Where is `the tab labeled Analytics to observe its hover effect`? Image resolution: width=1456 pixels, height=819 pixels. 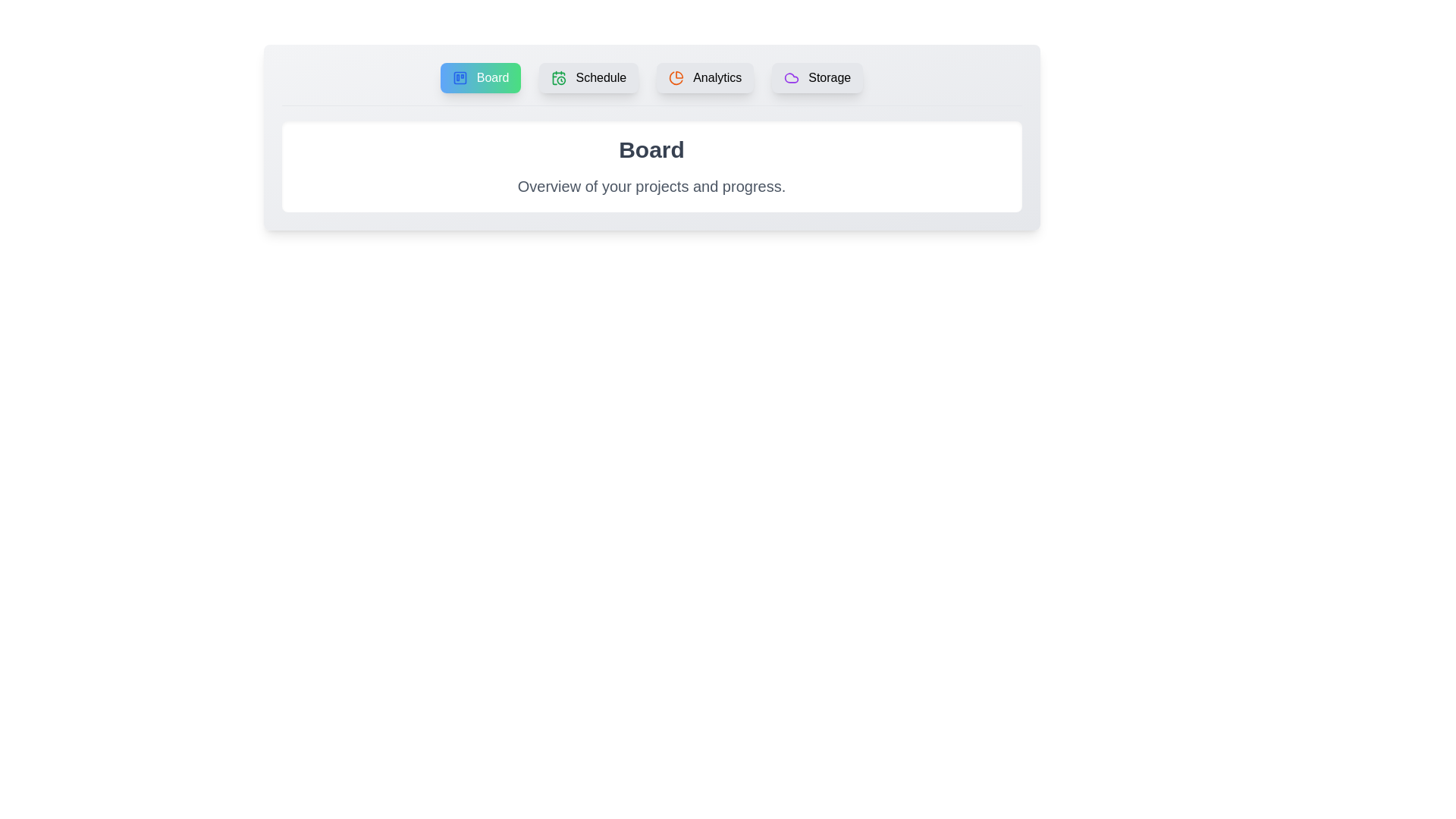 the tab labeled Analytics to observe its hover effect is located at coordinates (704, 78).